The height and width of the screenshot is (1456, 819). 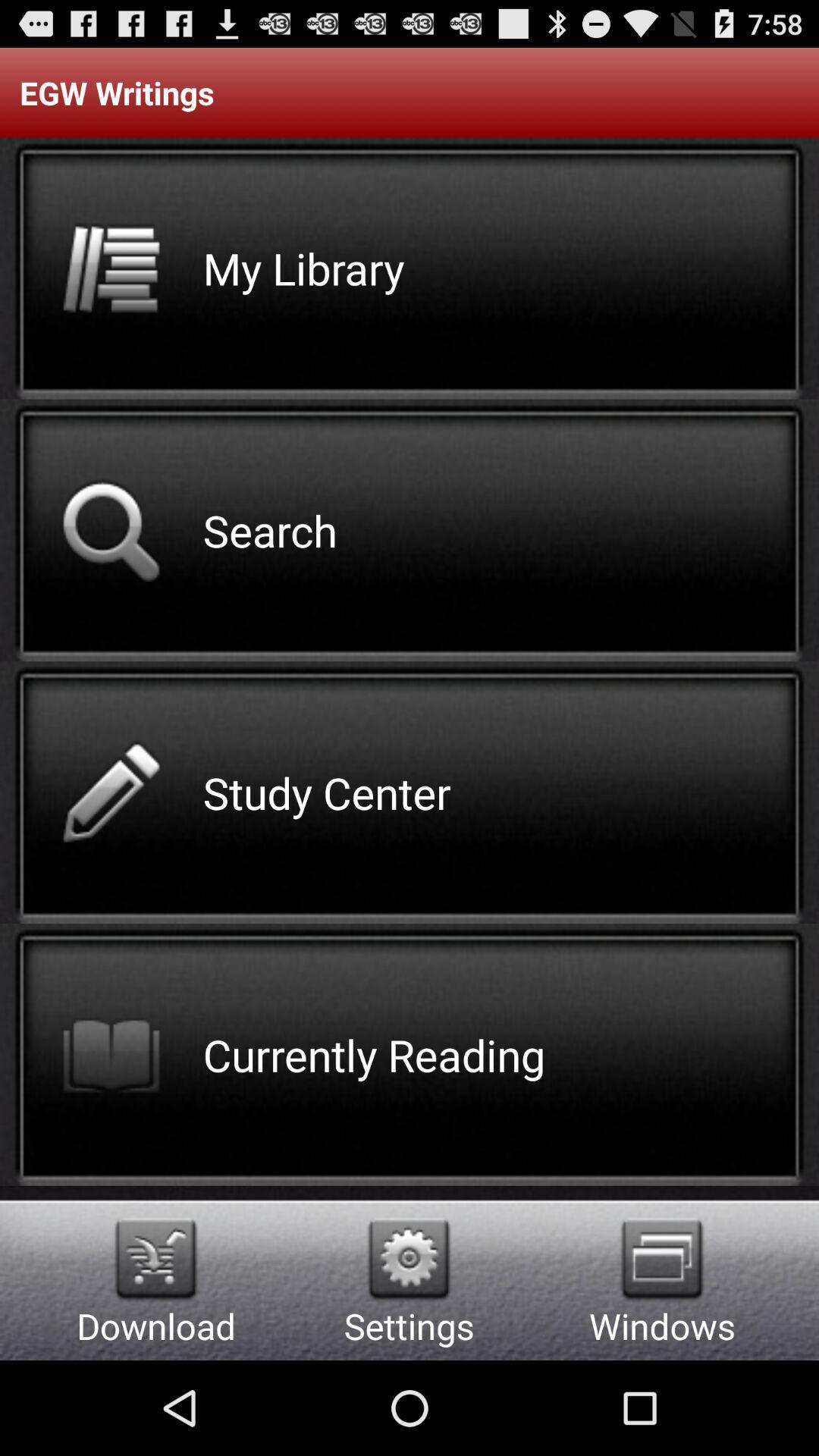 What do you see at coordinates (408, 1259) in the screenshot?
I see `app below currently reading app` at bounding box center [408, 1259].